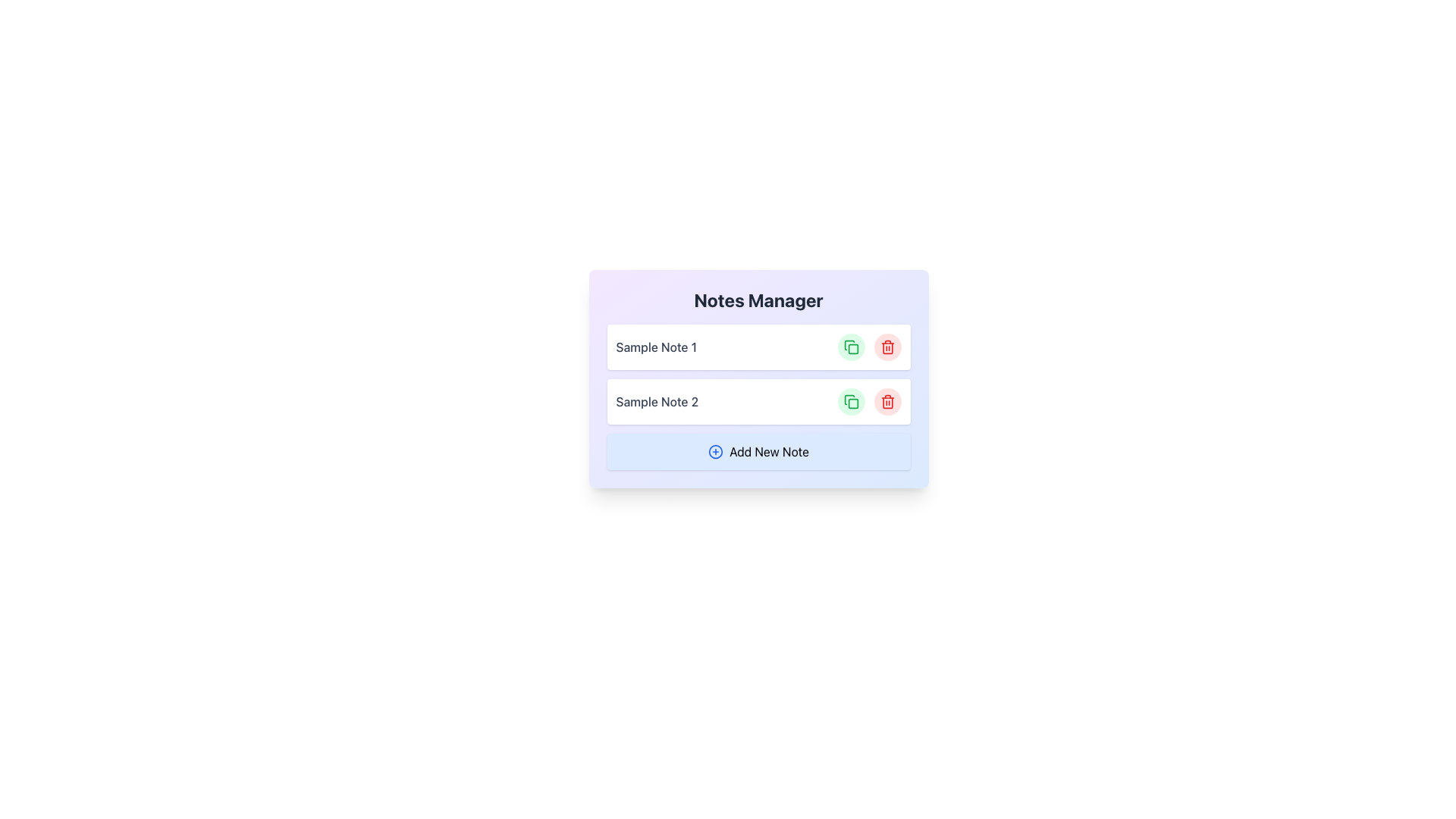 The height and width of the screenshot is (819, 1456). What do you see at coordinates (887, 400) in the screenshot?
I see `the red trash bin icon located on the right side of the 'Sample Note 2' row in the 'Notes Manager'` at bounding box center [887, 400].